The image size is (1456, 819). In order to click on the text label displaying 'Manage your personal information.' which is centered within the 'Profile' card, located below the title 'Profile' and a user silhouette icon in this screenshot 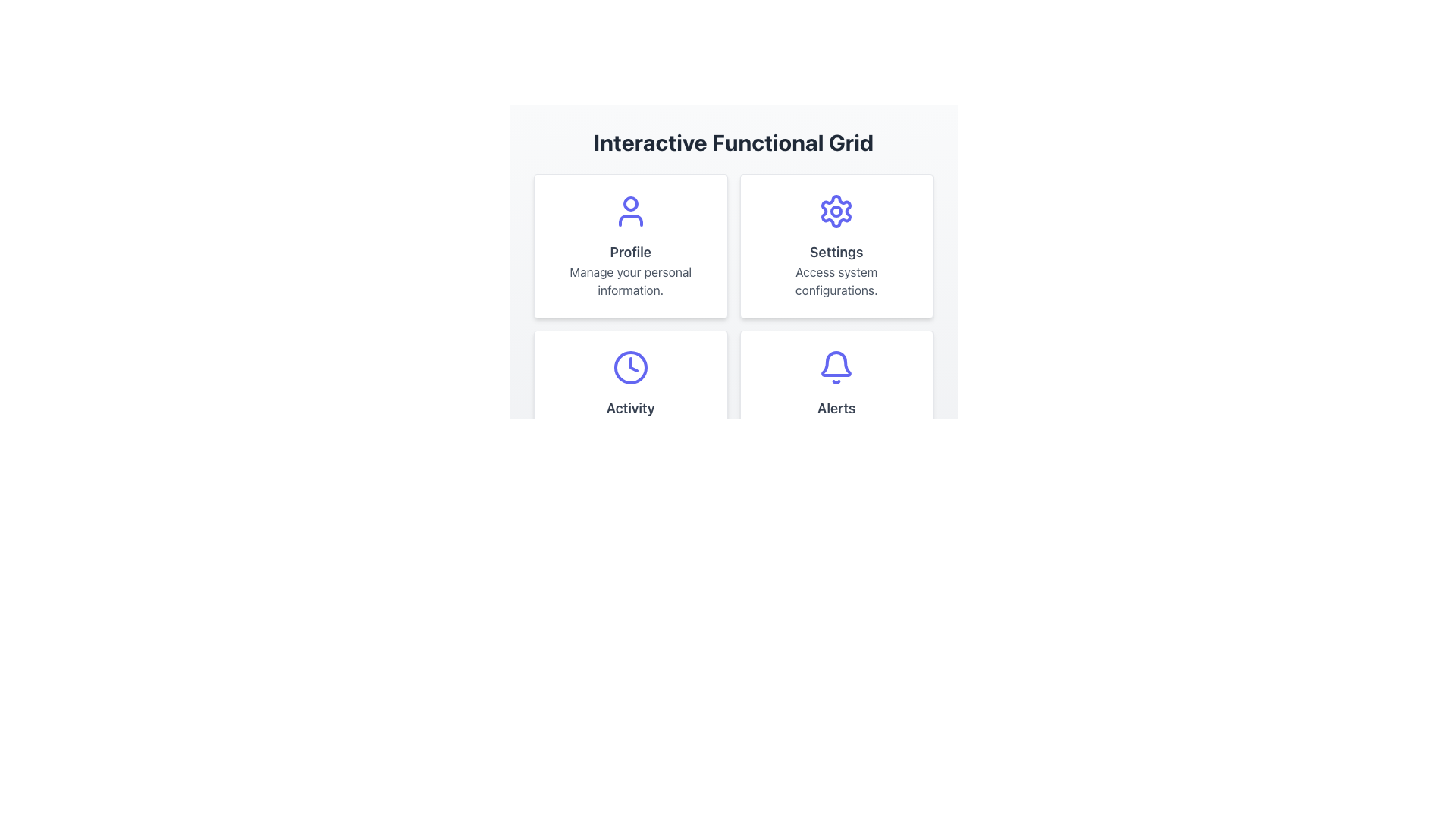, I will do `click(630, 281)`.